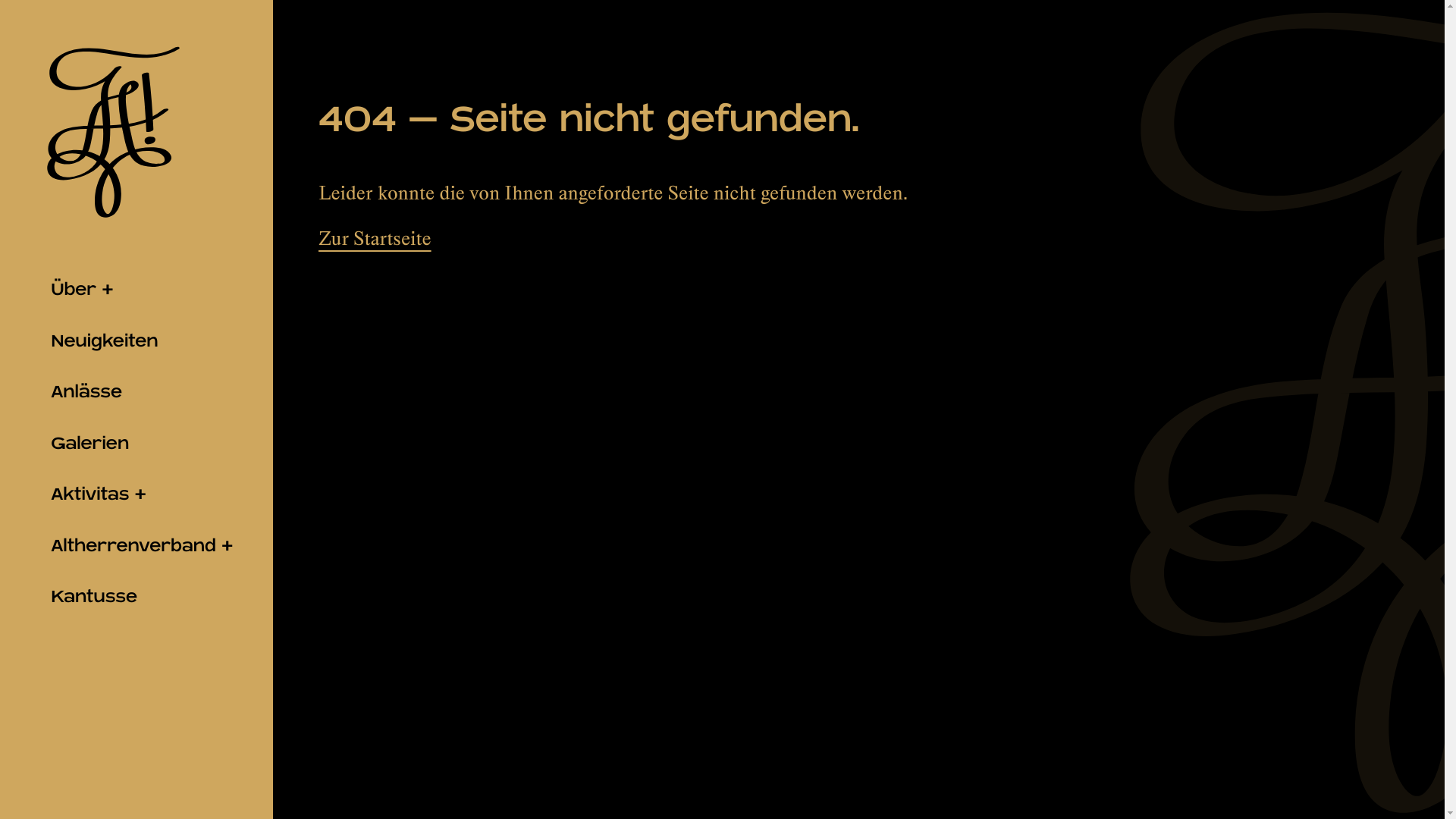 This screenshot has width=1456, height=819. What do you see at coordinates (136, 444) in the screenshot?
I see `'Galerien'` at bounding box center [136, 444].